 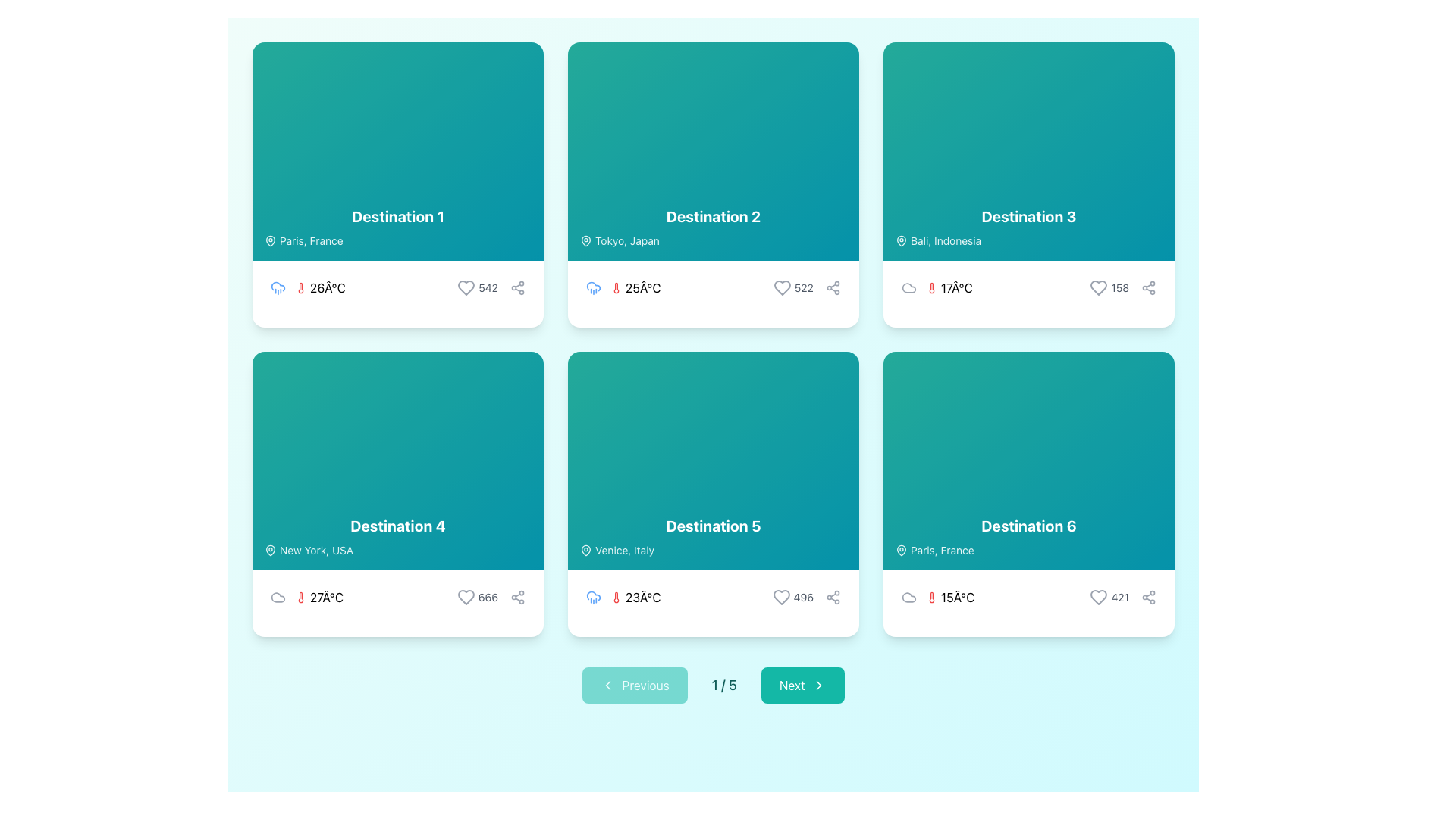 What do you see at coordinates (712, 602) in the screenshot?
I see `the displayed weather information in the lower right portion of the card for 'Destination 5' (Venice, Italy)` at bounding box center [712, 602].